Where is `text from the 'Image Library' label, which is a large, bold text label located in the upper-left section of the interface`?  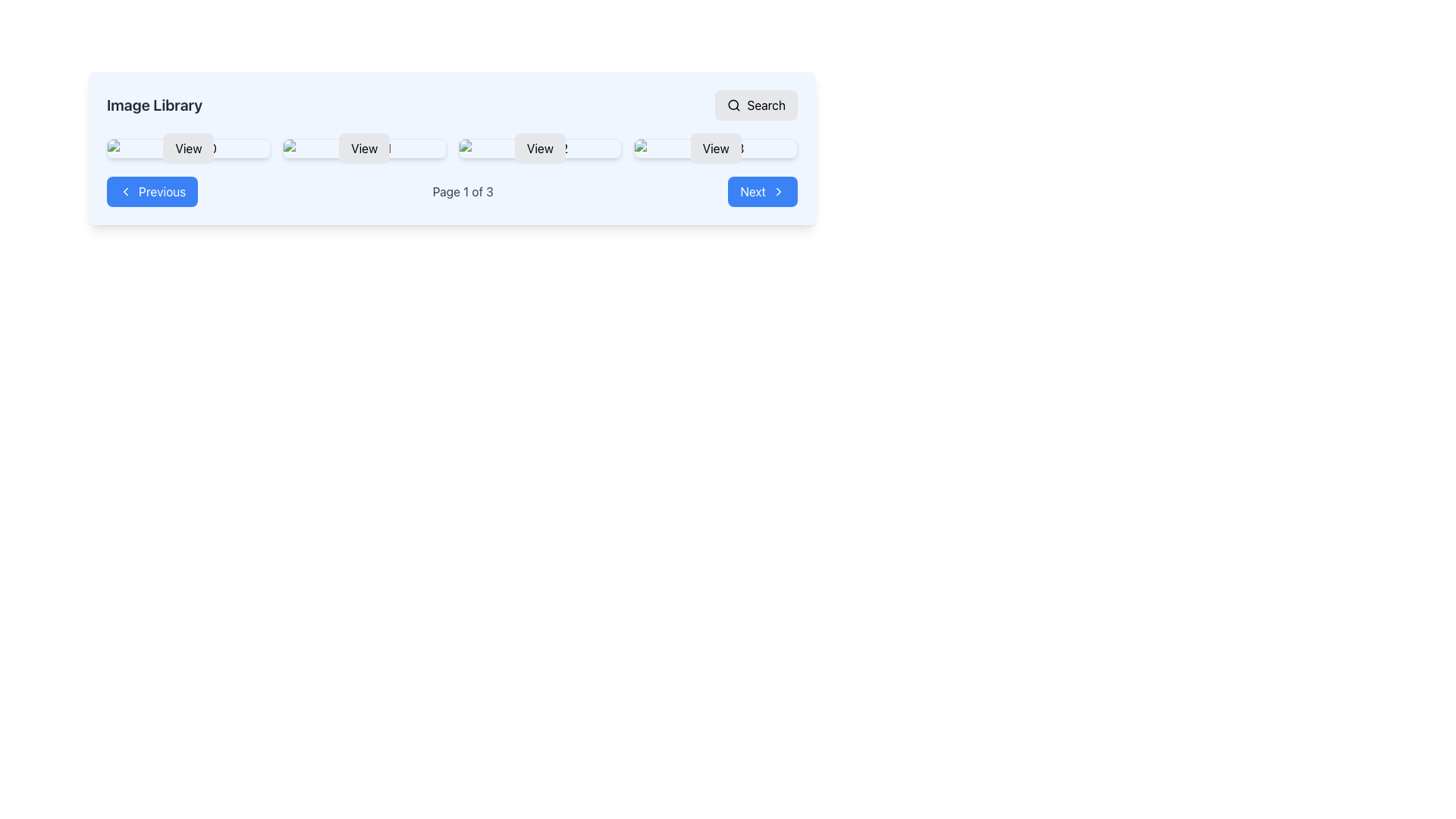 text from the 'Image Library' label, which is a large, bold text label located in the upper-left section of the interface is located at coordinates (155, 104).